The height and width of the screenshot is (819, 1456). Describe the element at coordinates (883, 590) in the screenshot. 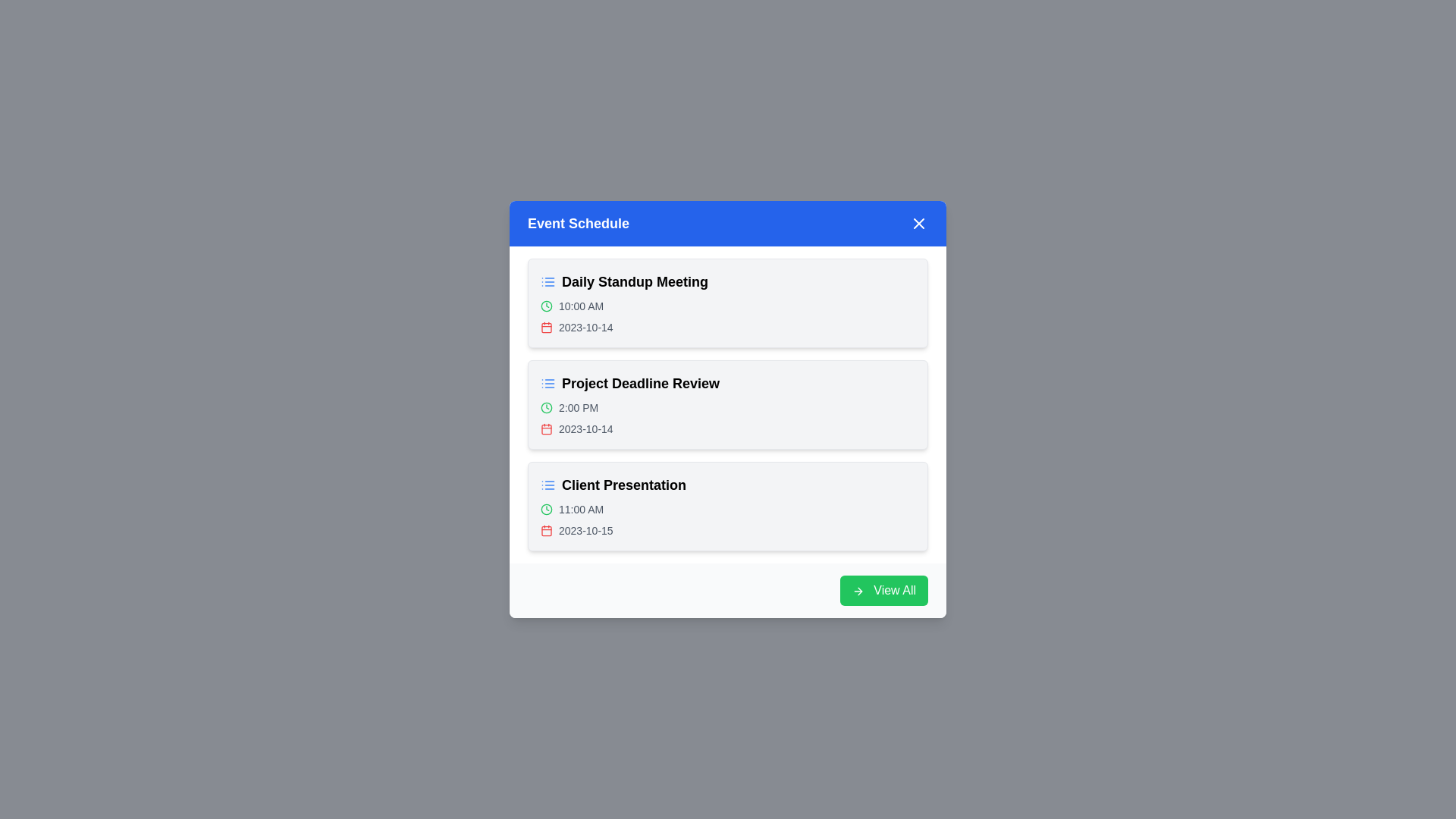

I see `the bright green rectangular button labeled 'View All' located in the bottom-right corner of the card` at that location.